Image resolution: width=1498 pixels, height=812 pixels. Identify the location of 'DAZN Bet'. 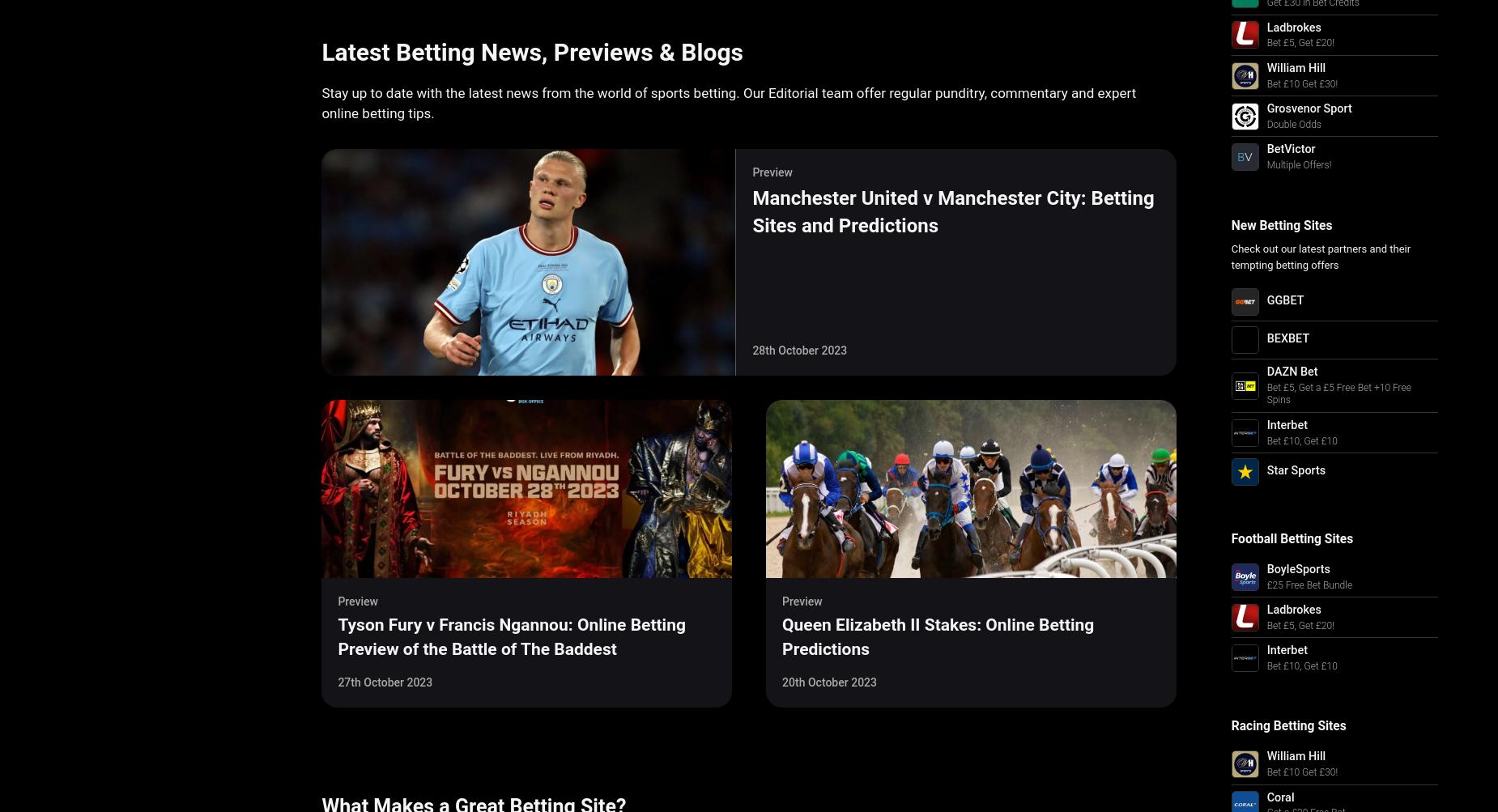
(1292, 372).